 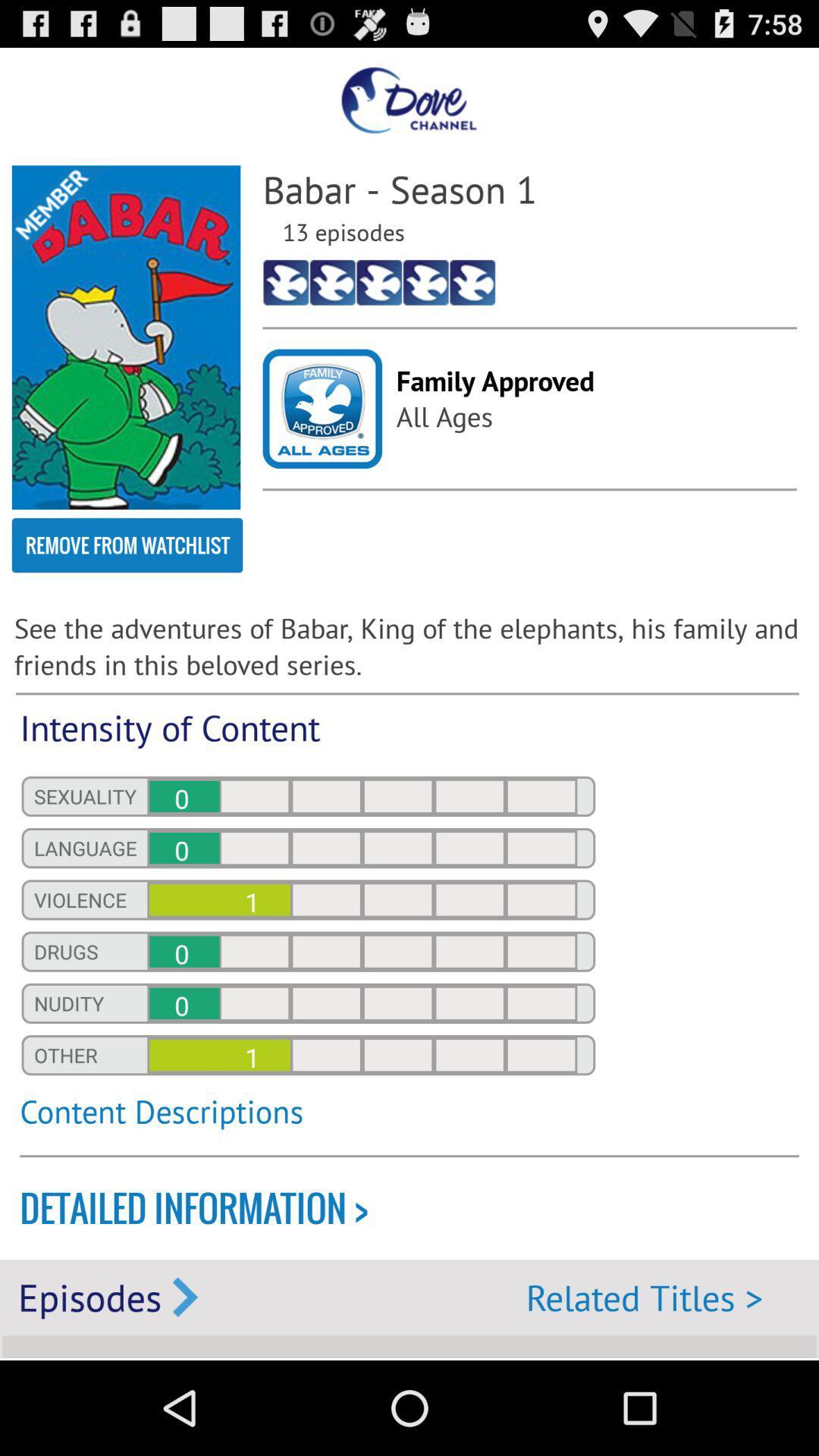 I want to click on app next to the babar - season 1 icon, so click(x=125, y=337).